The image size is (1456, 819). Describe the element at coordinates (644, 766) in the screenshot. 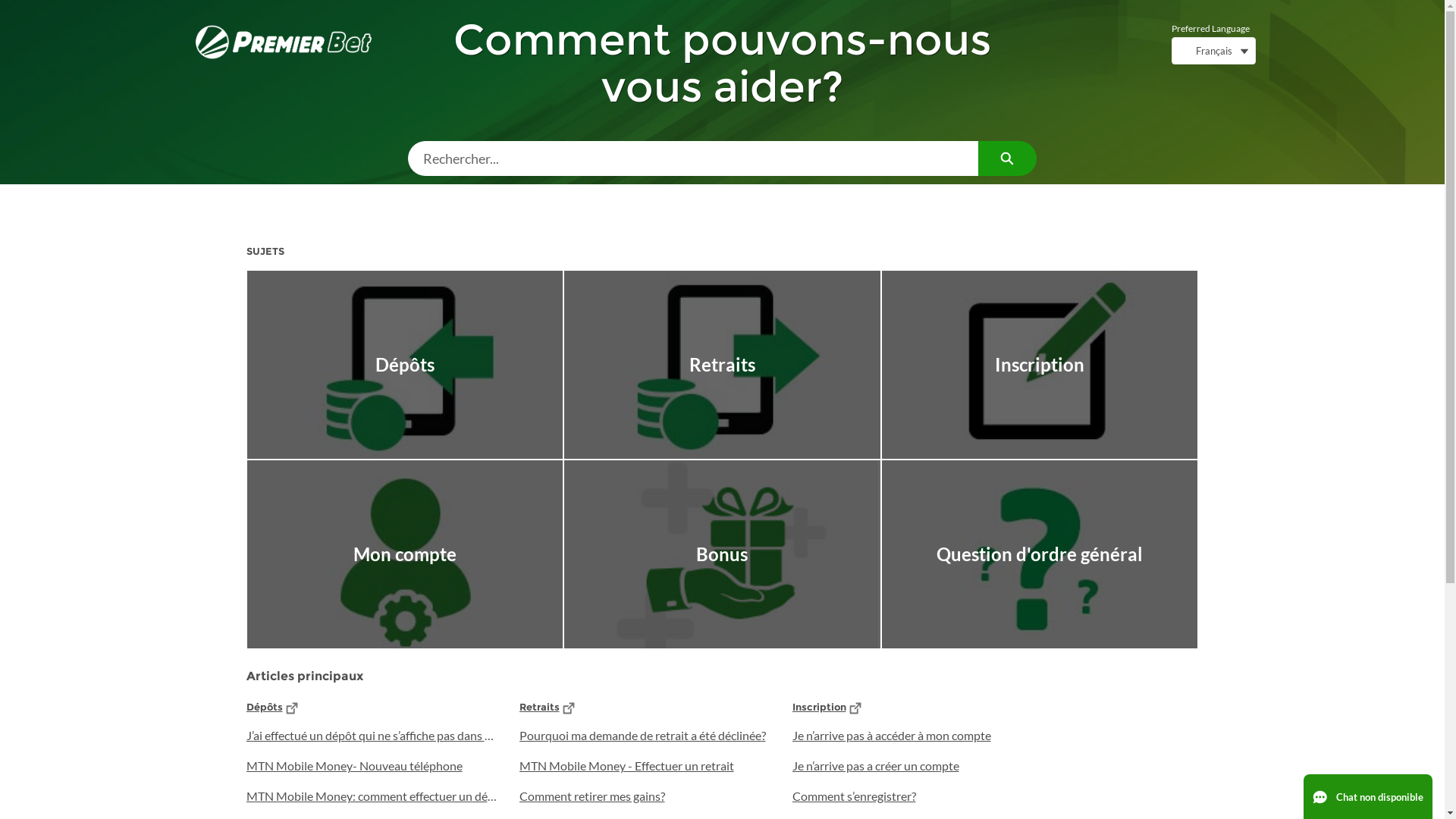

I see `'MTN Mobile Money - Effectuer un retrait'` at that location.